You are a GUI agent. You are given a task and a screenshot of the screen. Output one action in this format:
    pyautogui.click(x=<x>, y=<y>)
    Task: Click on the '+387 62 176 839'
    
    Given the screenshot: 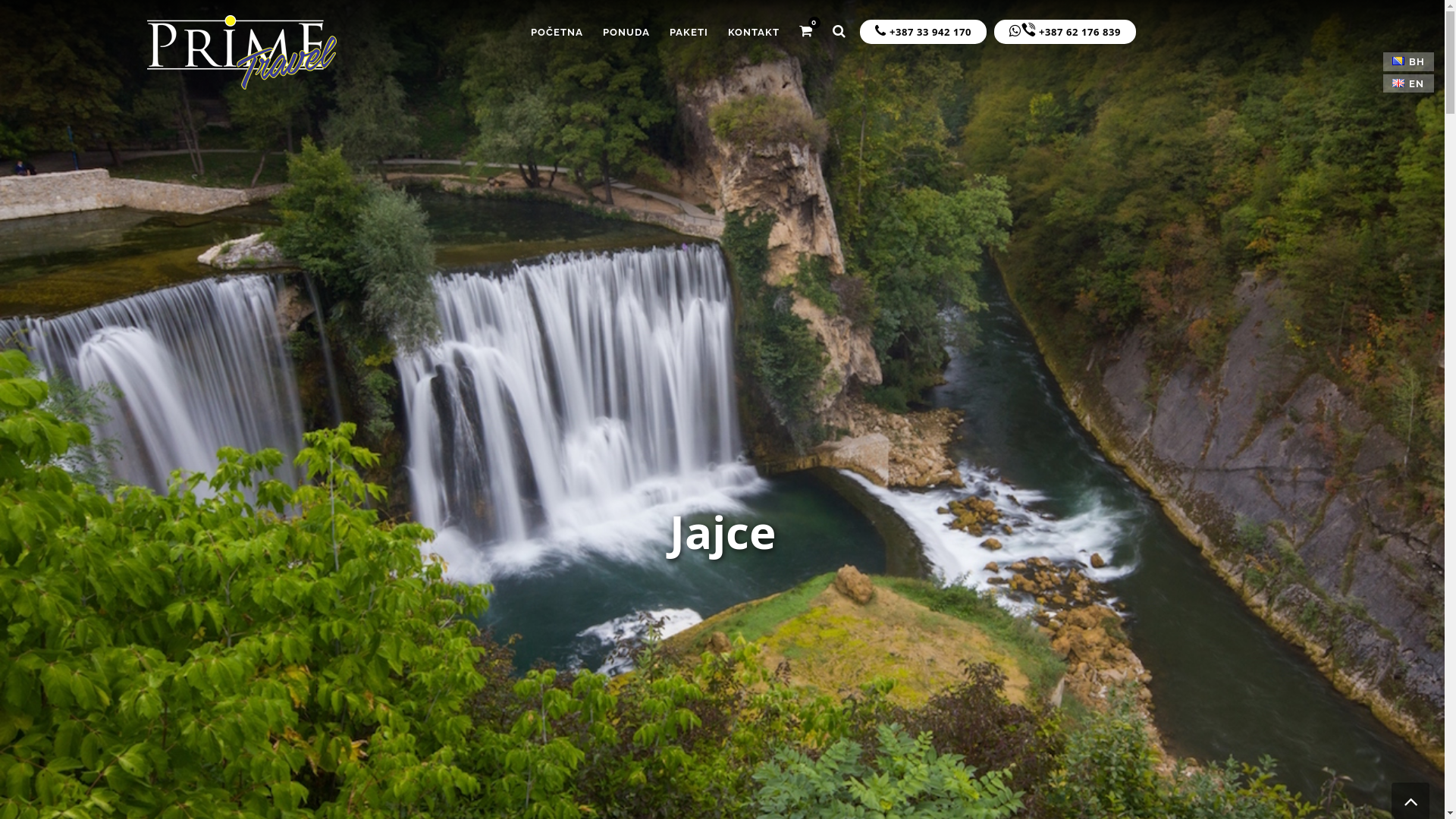 What is the action you would take?
    pyautogui.click(x=1064, y=32)
    